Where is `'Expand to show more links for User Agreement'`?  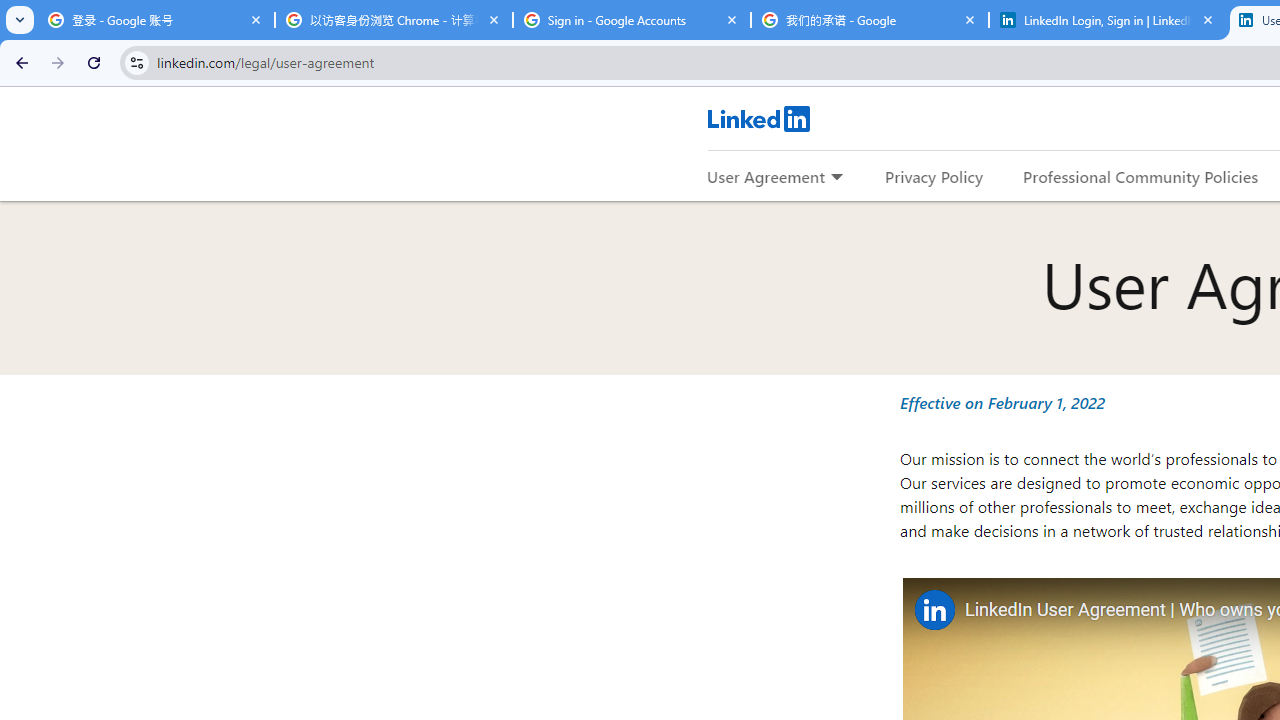 'Expand to show more links for User Agreement' is located at coordinates (836, 177).